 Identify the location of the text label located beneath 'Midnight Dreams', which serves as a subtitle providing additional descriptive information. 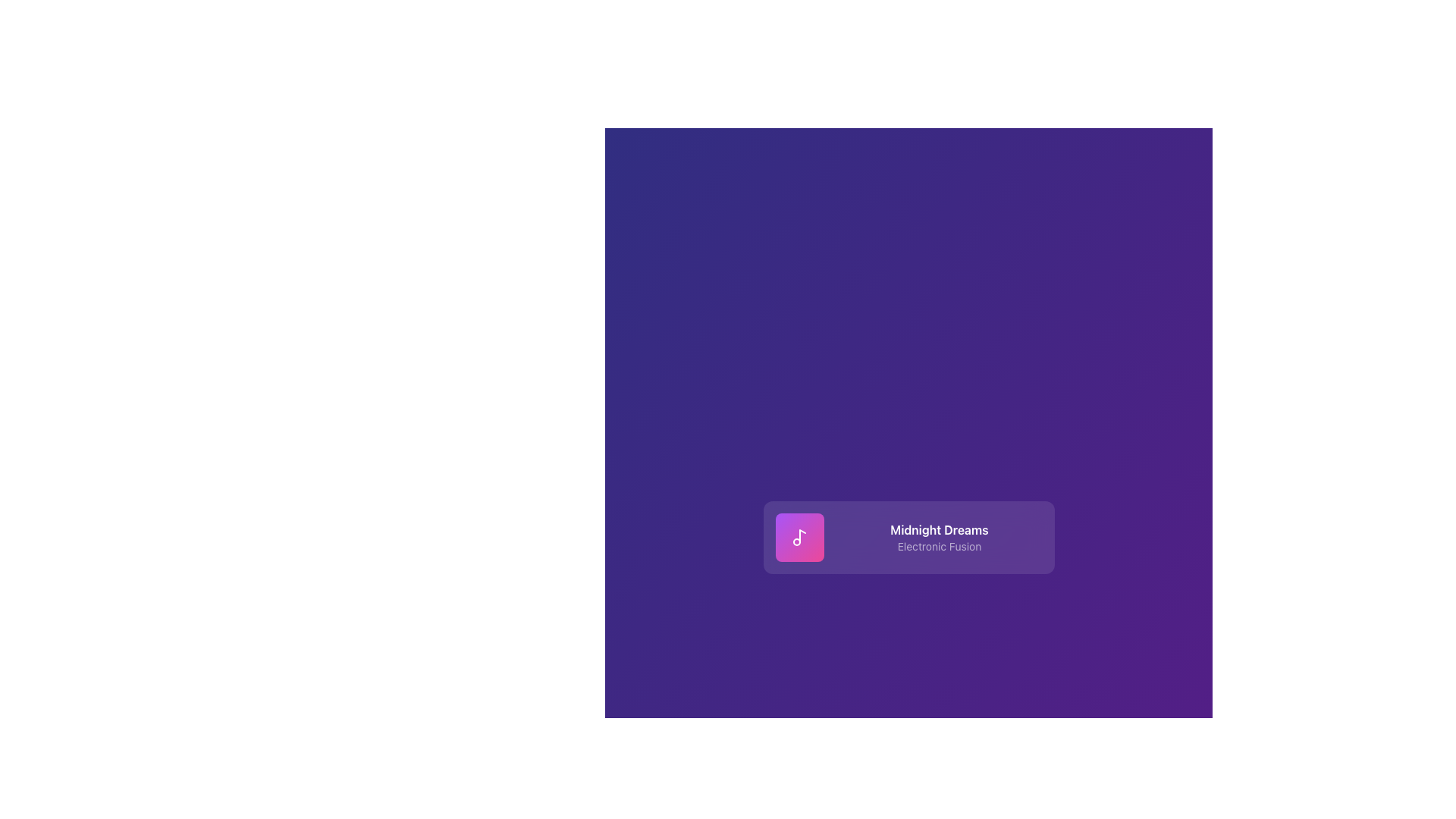
(938, 547).